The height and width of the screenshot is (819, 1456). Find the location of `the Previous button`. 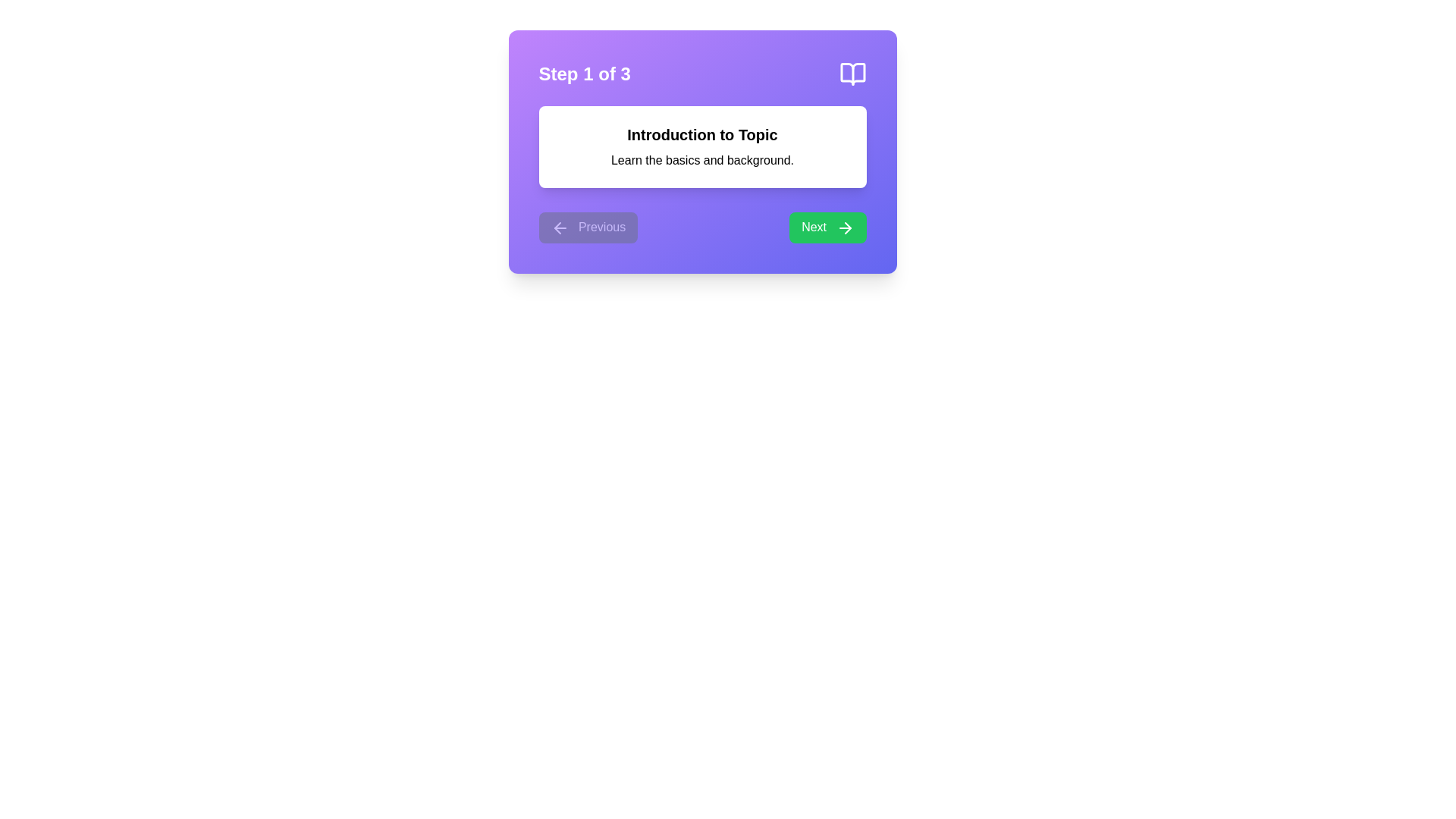

the Previous button is located at coordinates (587, 227).